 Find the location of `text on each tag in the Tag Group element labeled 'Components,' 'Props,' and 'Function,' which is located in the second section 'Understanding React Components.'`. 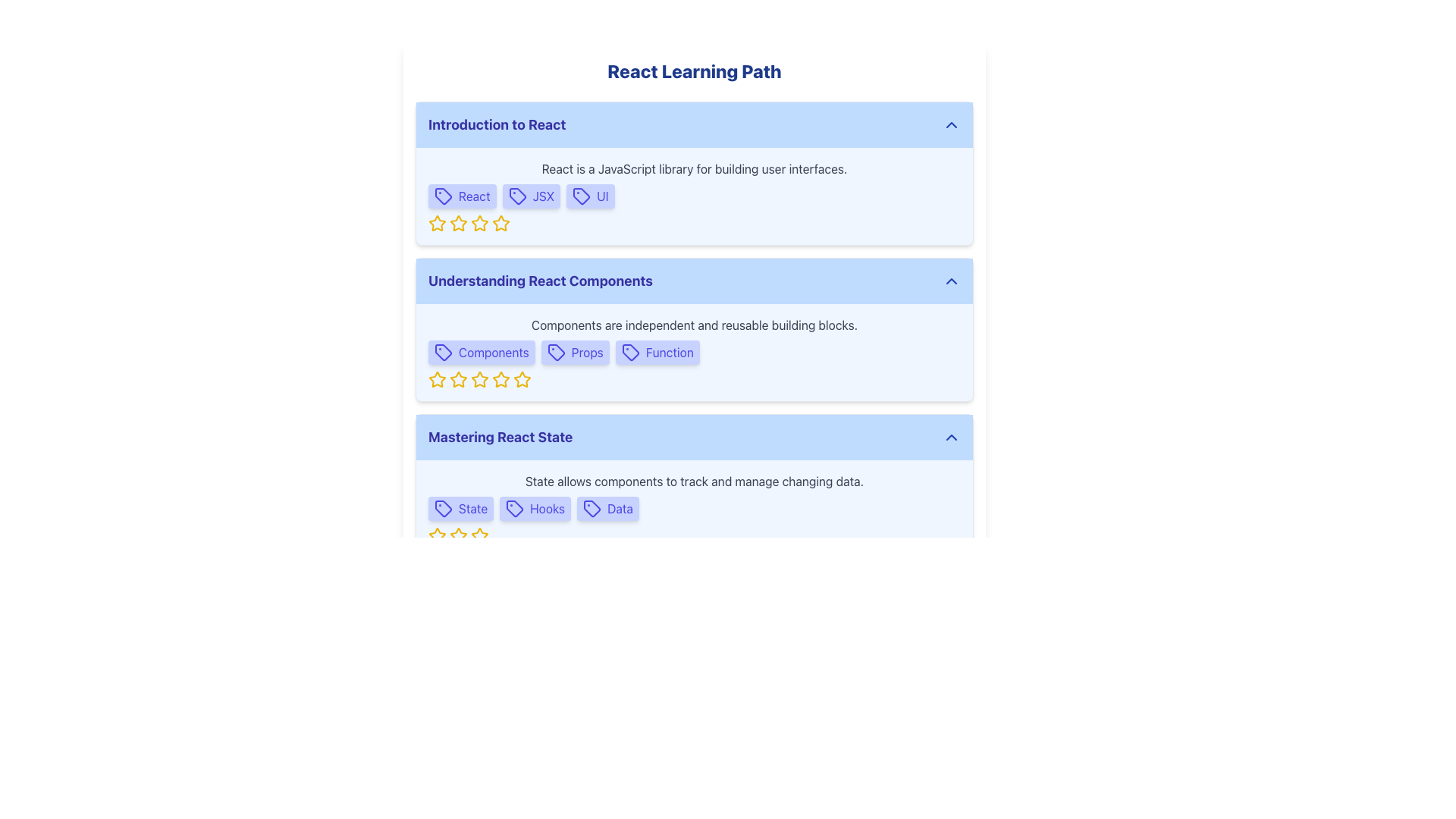

text on each tag in the Tag Group element labeled 'Components,' 'Props,' and 'Function,' which is located in the second section 'Understanding React Components.' is located at coordinates (694, 353).